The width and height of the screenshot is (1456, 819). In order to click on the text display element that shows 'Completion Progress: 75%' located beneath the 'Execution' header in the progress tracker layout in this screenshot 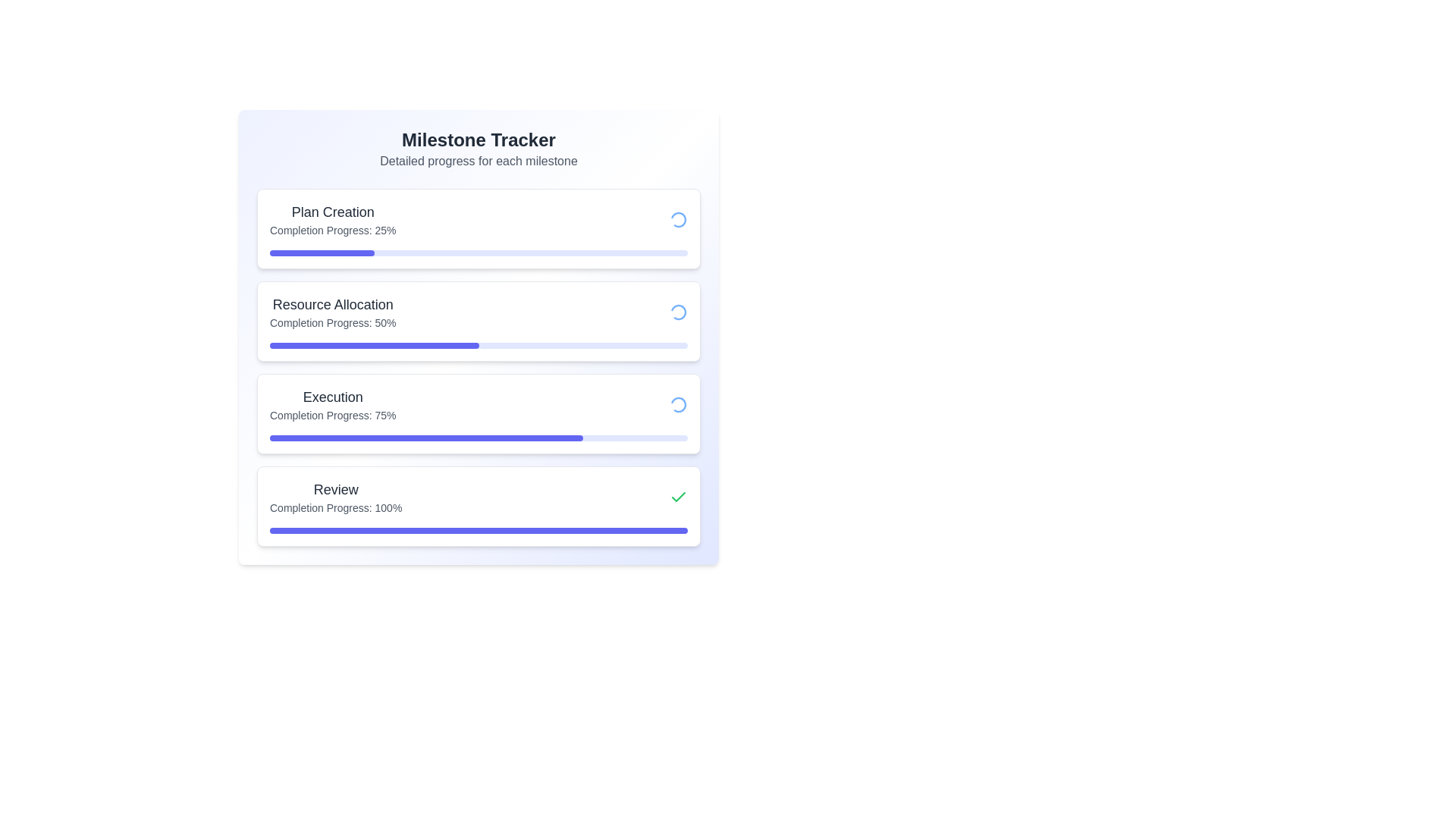, I will do `click(332, 415)`.